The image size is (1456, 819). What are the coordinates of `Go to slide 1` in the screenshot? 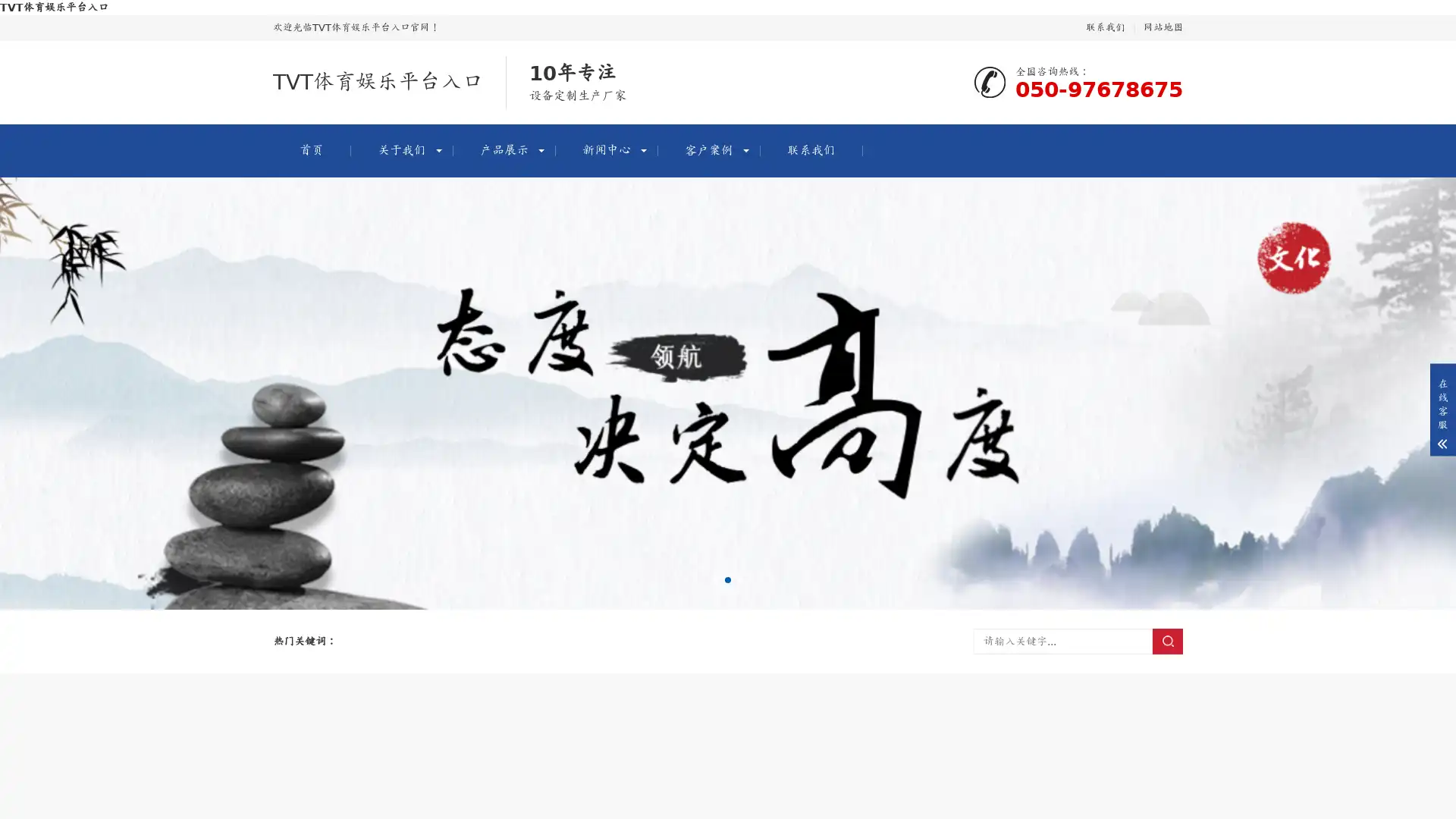 It's located at (715, 579).